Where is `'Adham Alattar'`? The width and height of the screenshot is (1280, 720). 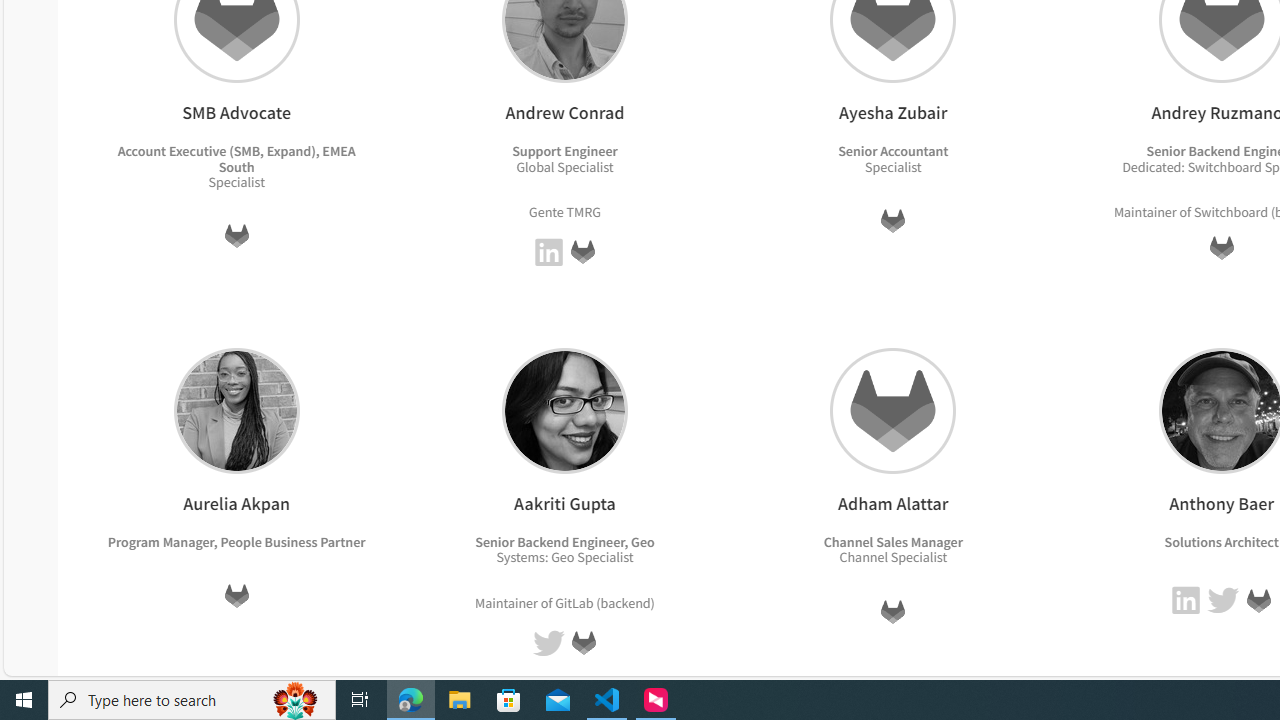
'Adham Alattar' is located at coordinates (892, 409).